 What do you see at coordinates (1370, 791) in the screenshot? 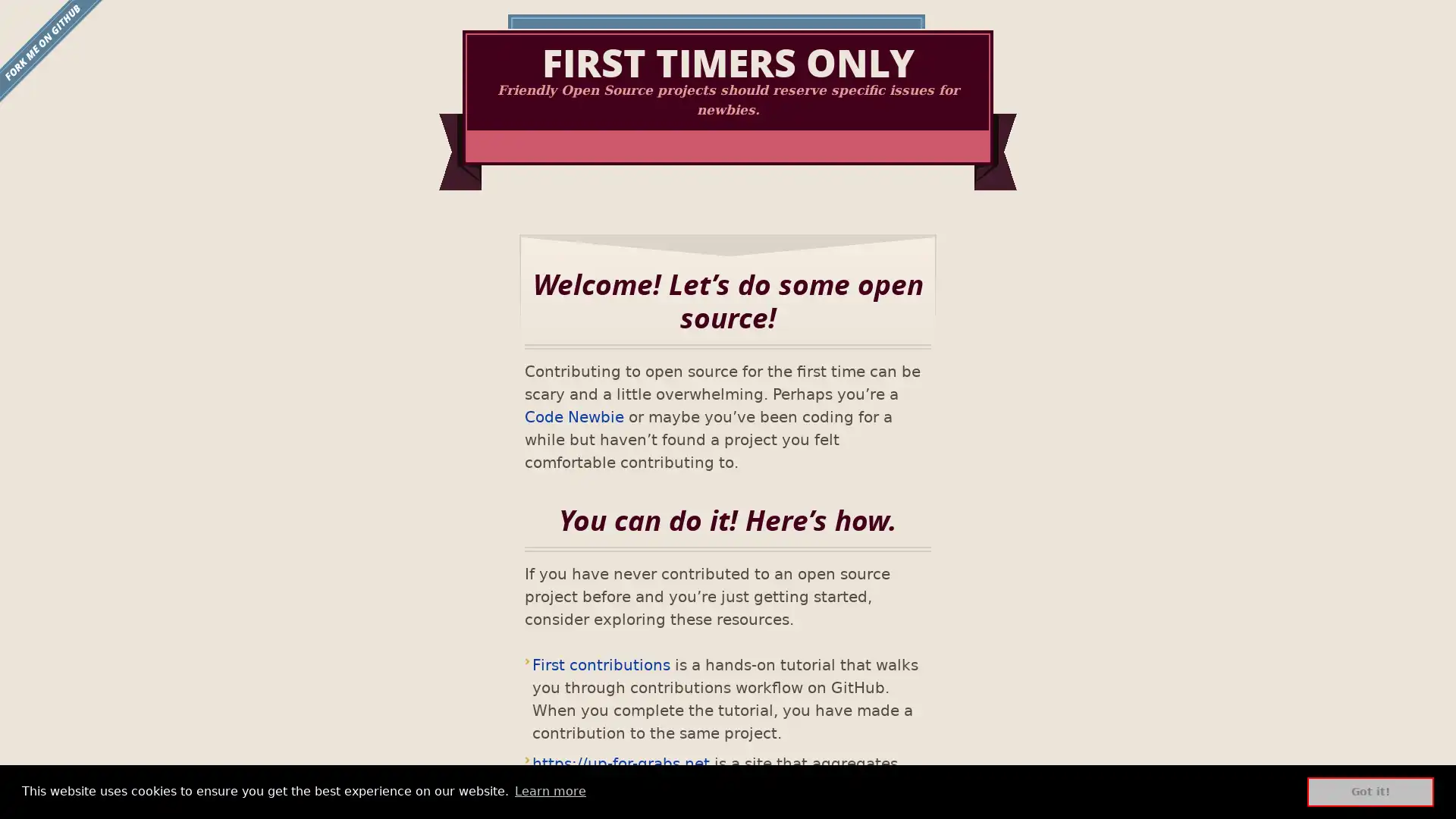
I see `dismiss cookie message` at bounding box center [1370, 791].